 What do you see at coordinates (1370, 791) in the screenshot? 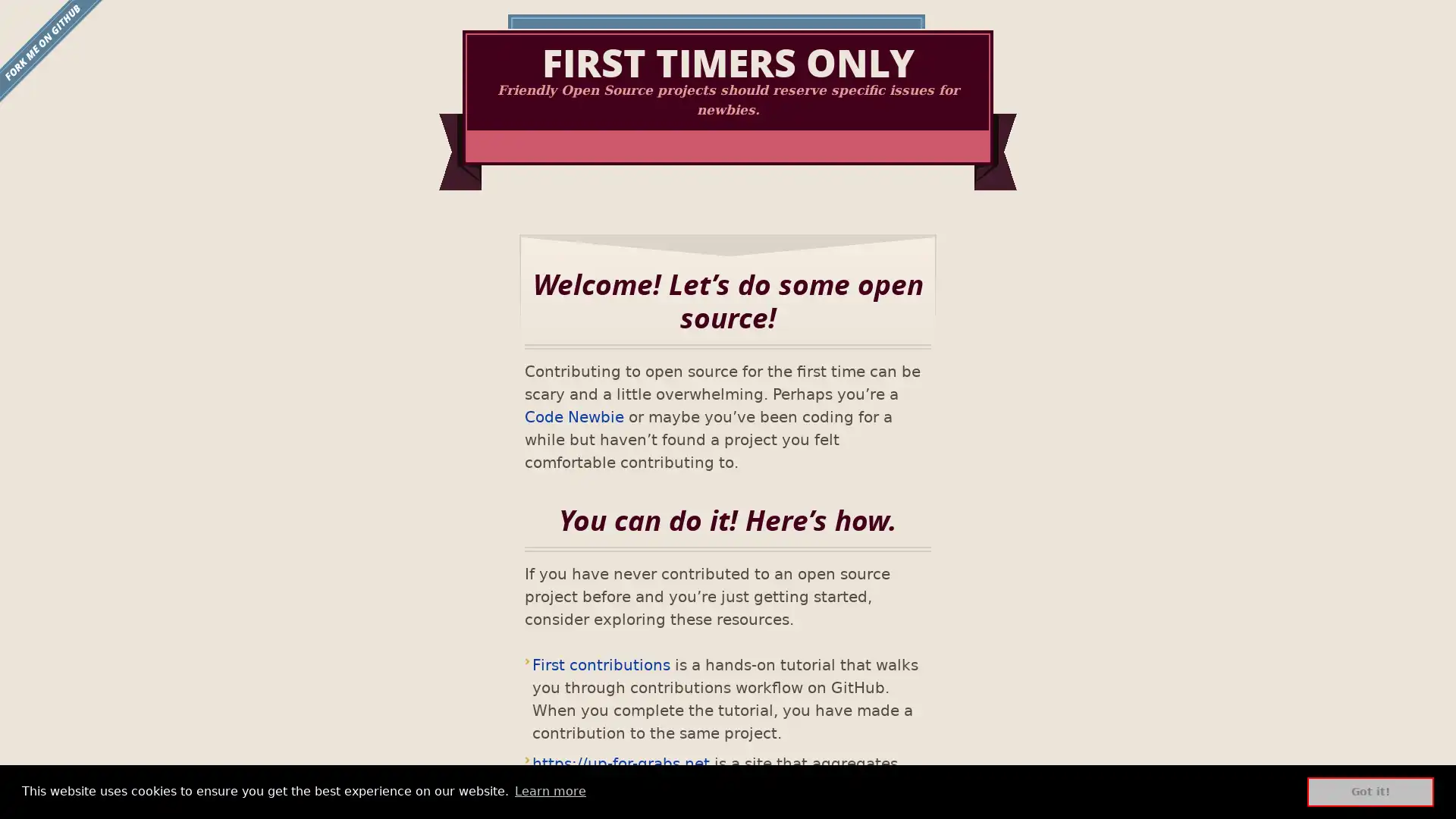
I see `dismiss cookie message` at bounding box center [1370, 791].